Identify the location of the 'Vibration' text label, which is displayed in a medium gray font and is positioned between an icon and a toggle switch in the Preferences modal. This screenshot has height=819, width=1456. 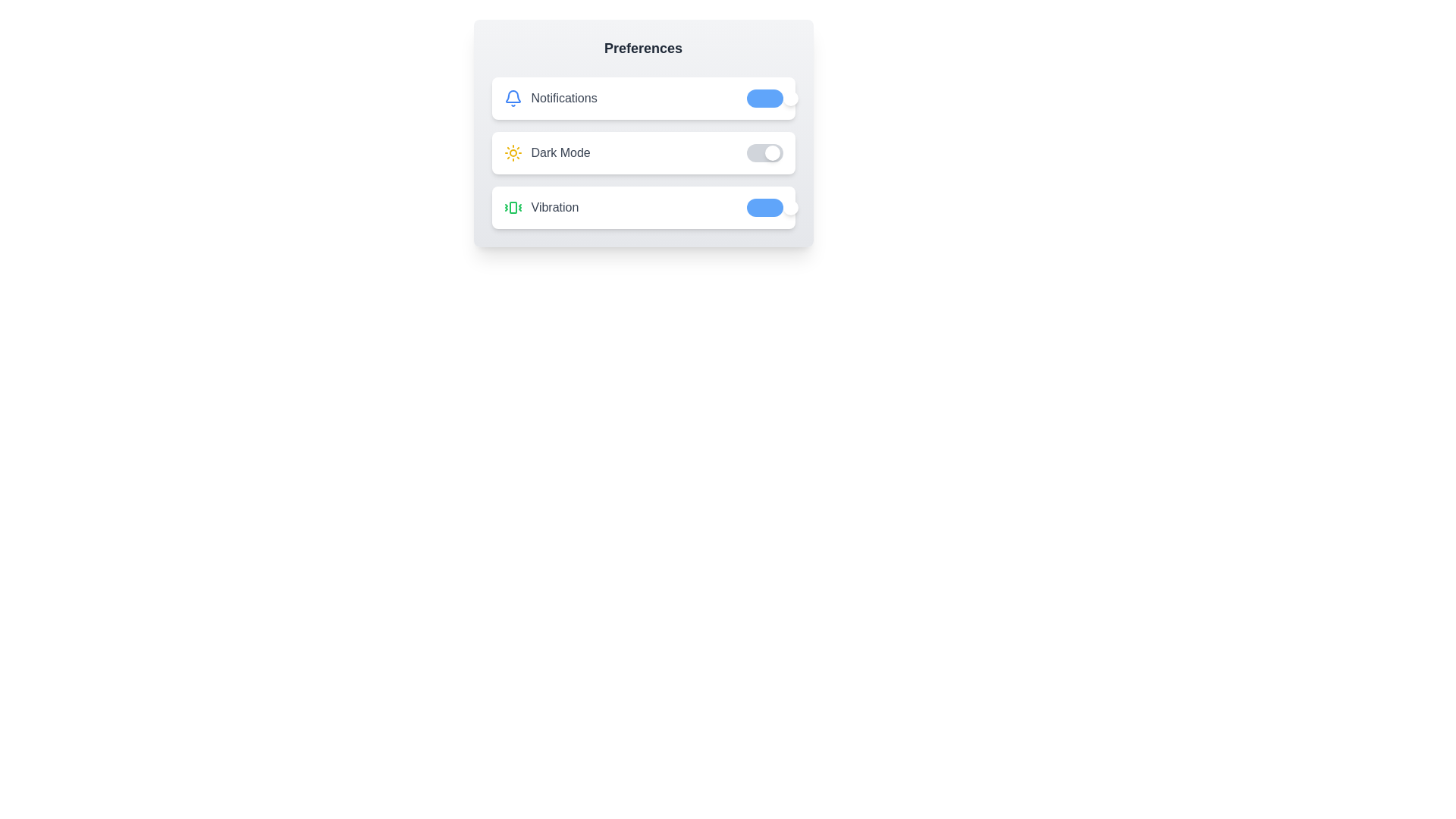
(554, 207).